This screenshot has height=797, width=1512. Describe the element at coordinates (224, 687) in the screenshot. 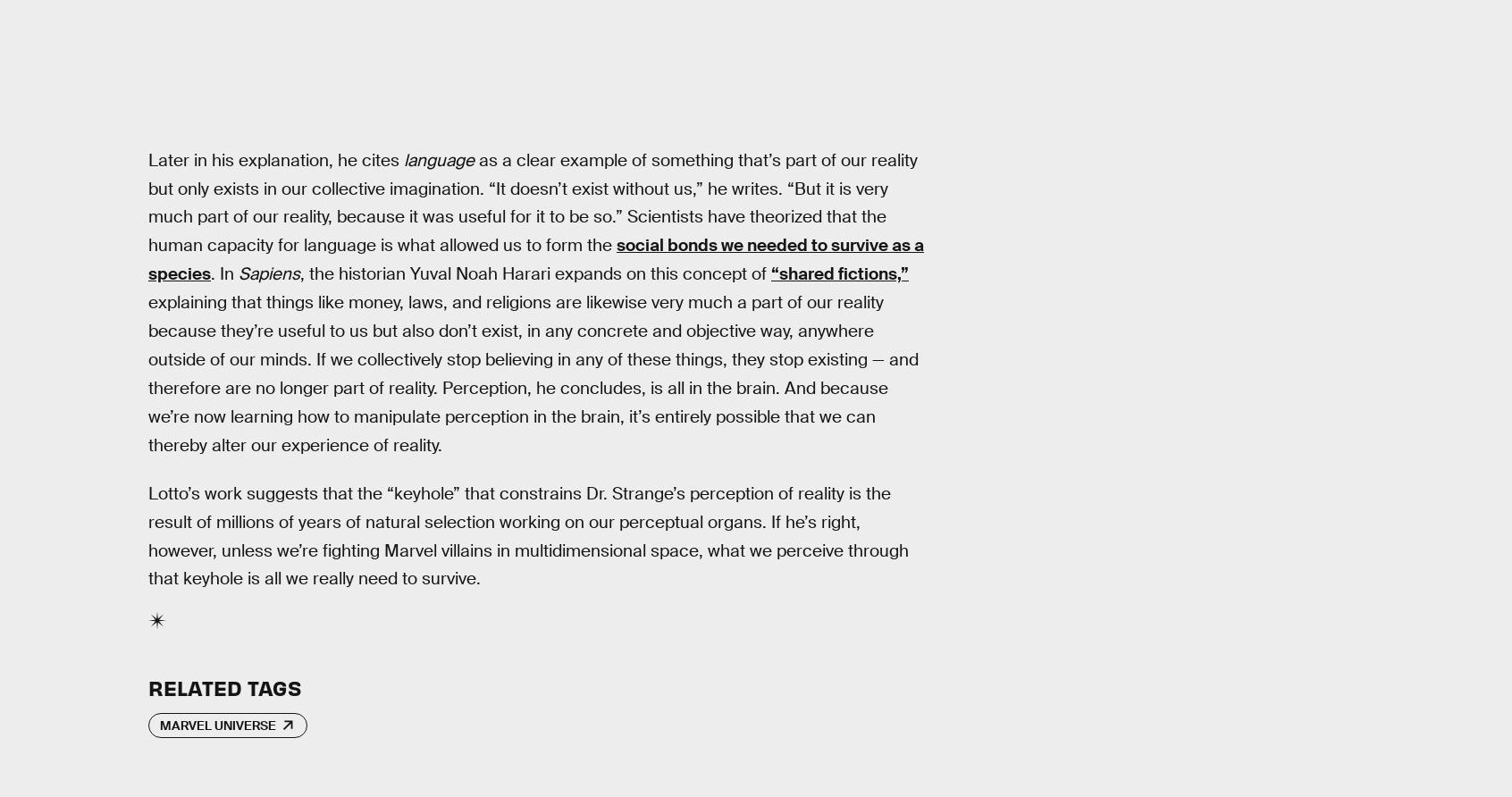

I see `'Related Tags'` at that location.